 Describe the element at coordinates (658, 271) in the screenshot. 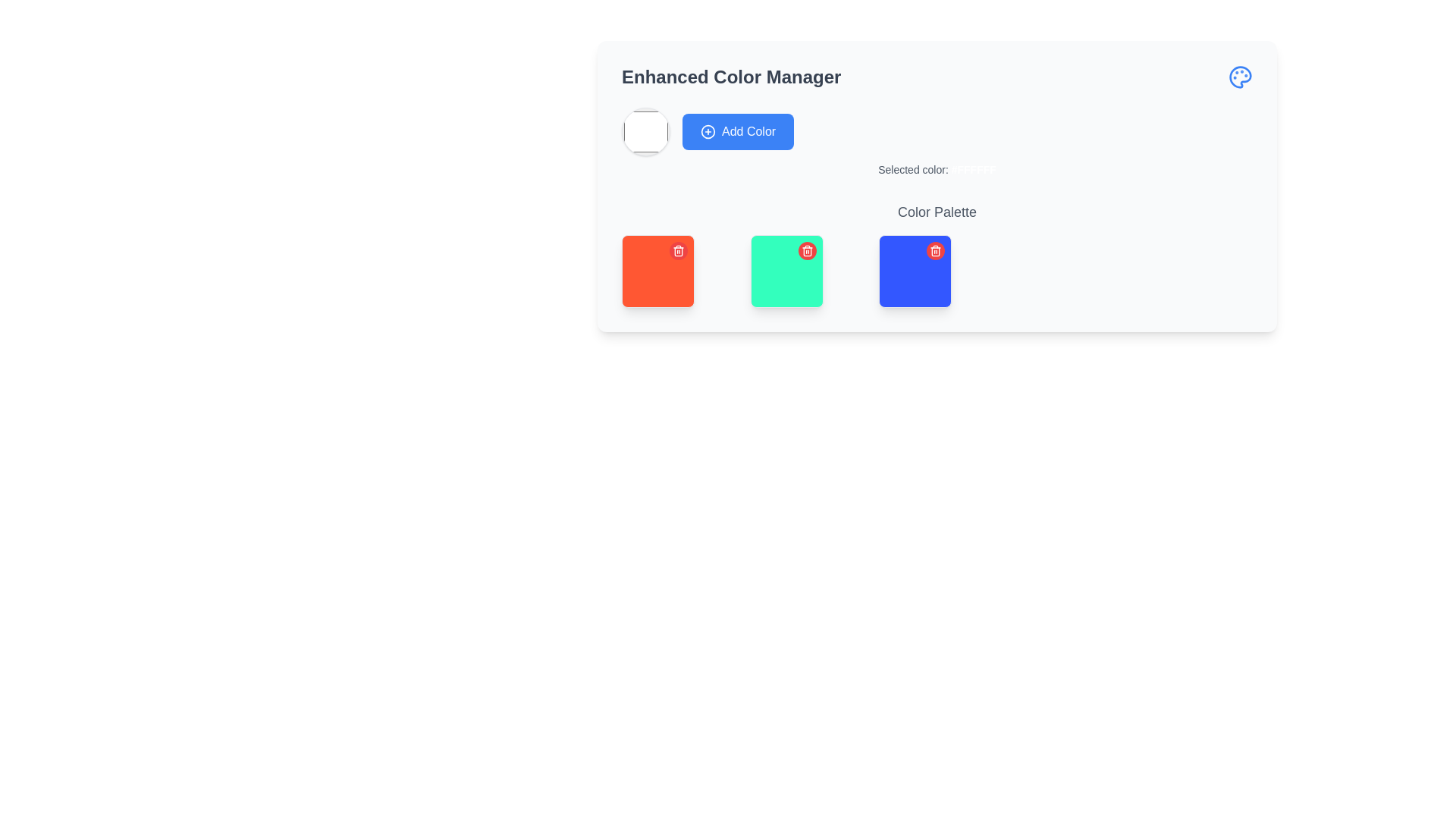

I see `the first square with a vivid red-orange background and a trash bin icon` at that location.